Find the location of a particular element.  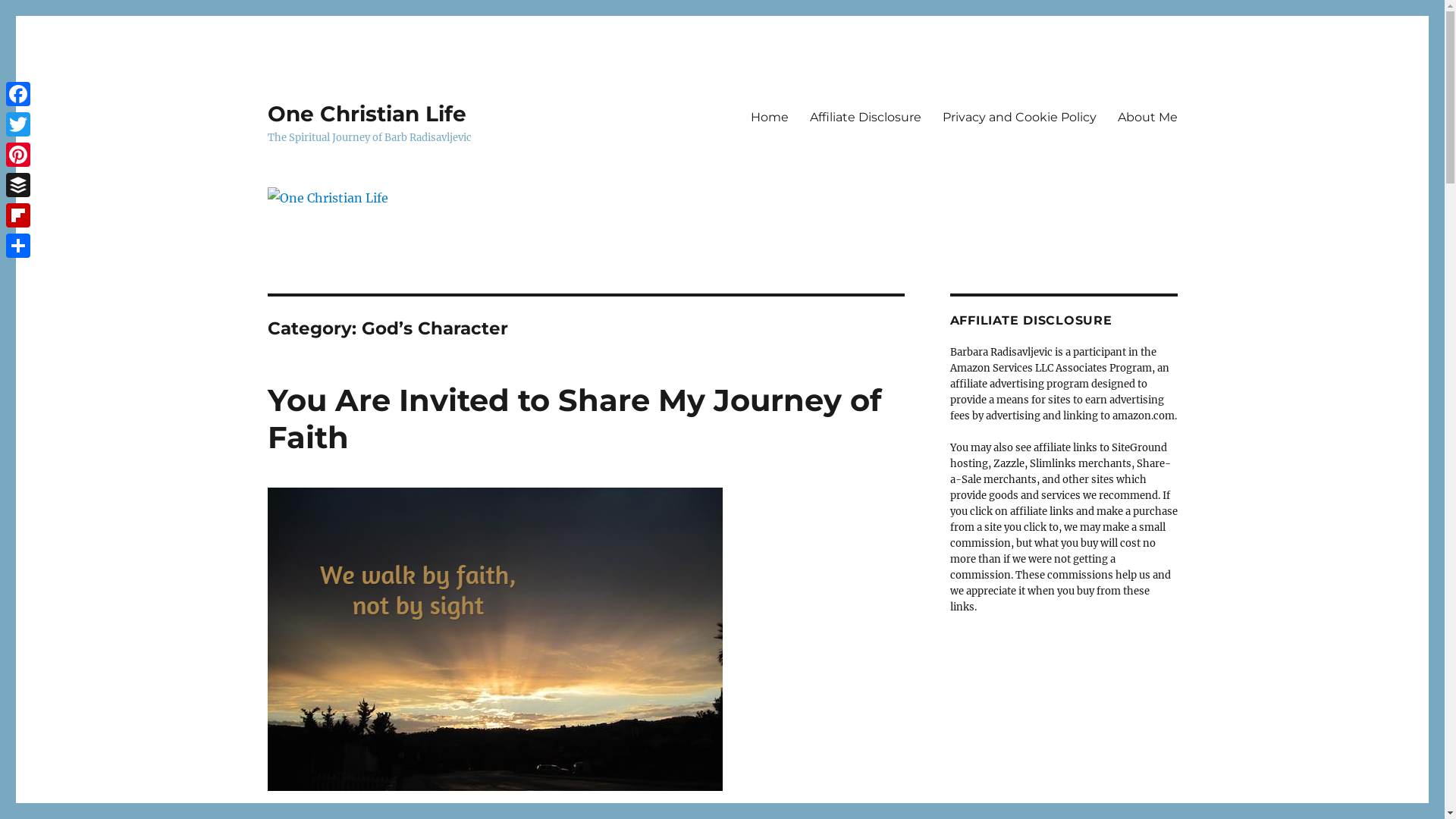

'Pinterest' is located at coordinates (18, 155).